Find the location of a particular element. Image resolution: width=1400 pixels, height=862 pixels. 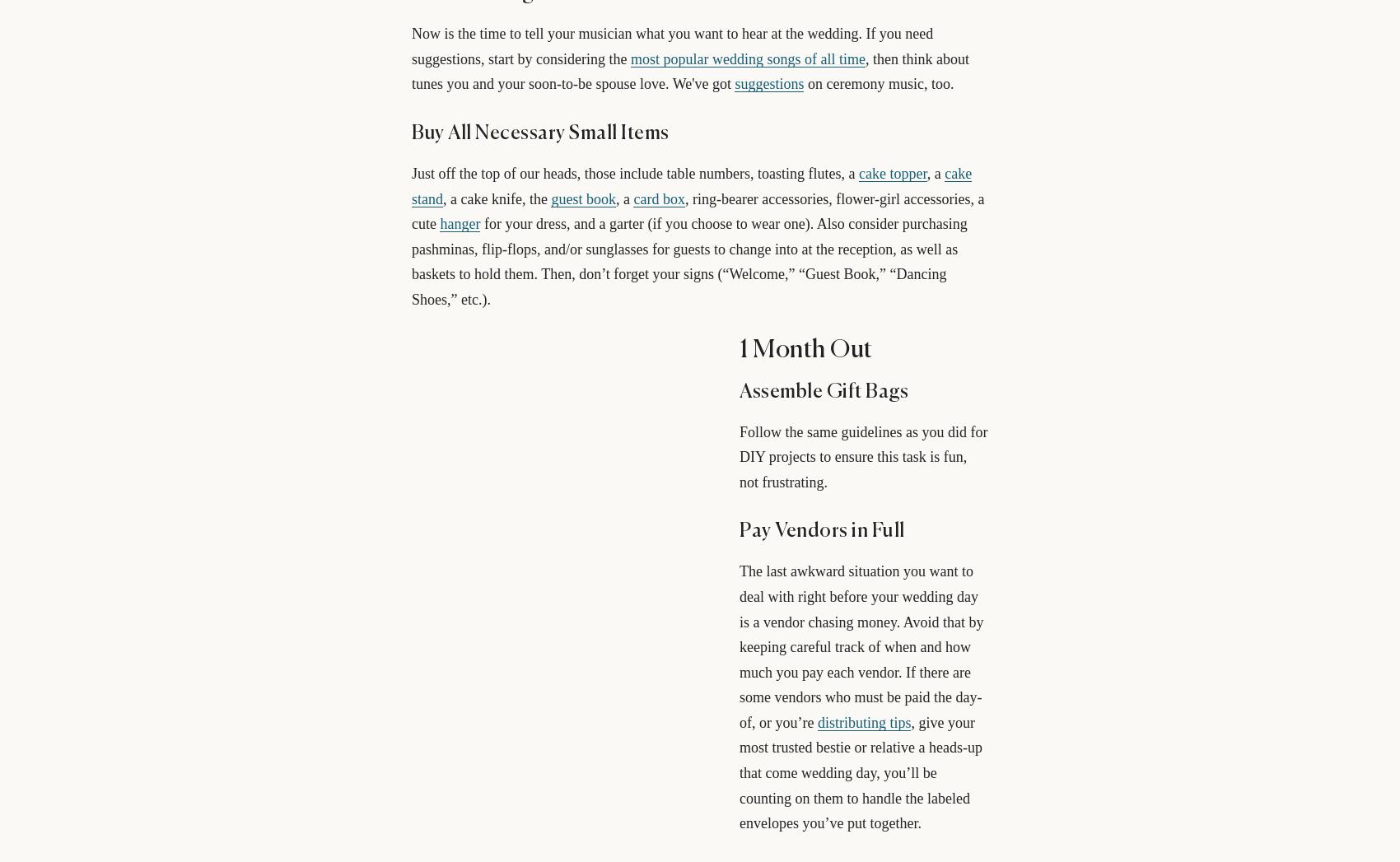

'Now is the time to tell your musician what you want to hear at the wedding. If you need suggestions, start by considering the' is located at coordinates (671, 46).